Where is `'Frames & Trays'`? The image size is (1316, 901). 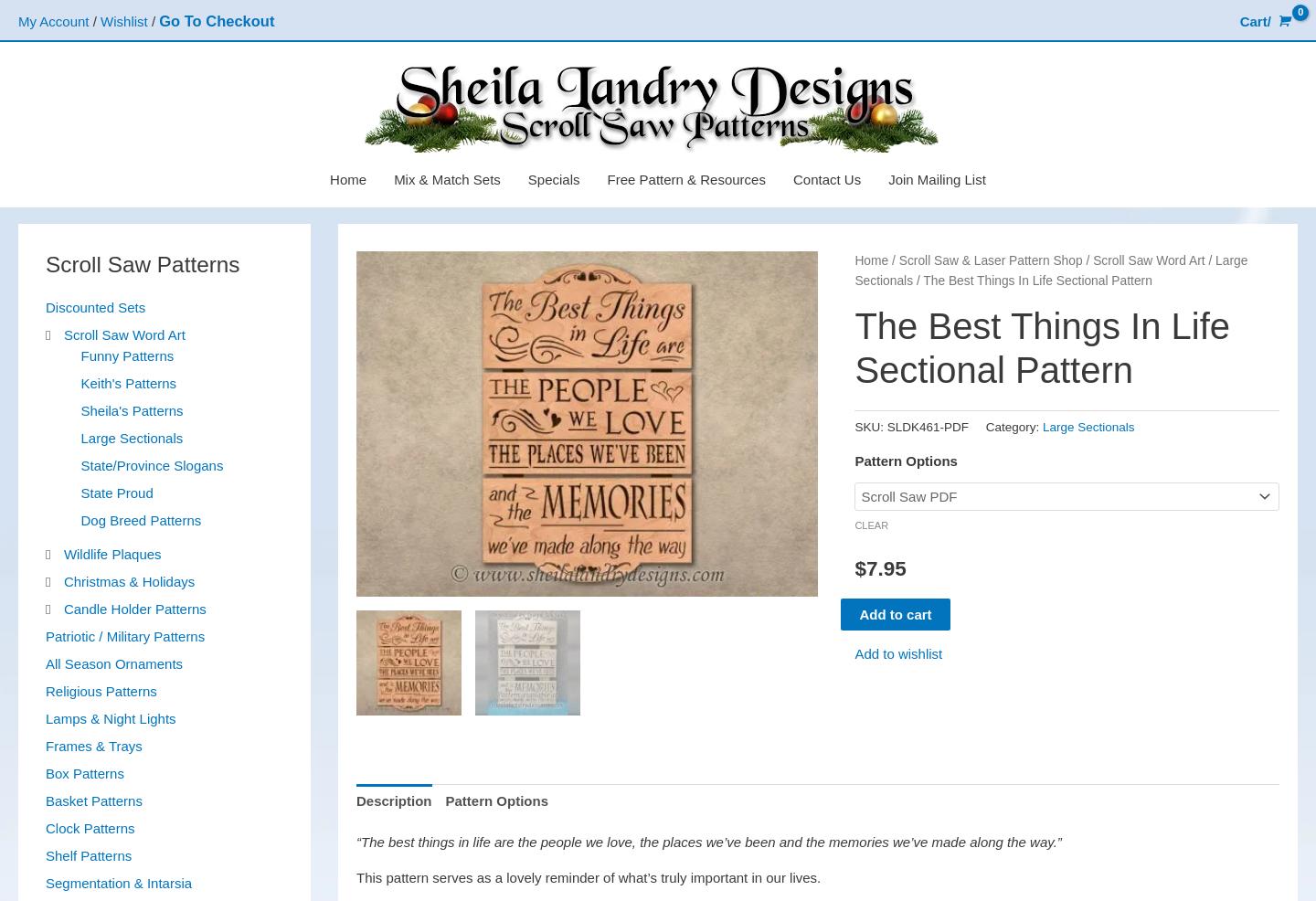
'Frames & Trays' is located at coordinates (93, 746).